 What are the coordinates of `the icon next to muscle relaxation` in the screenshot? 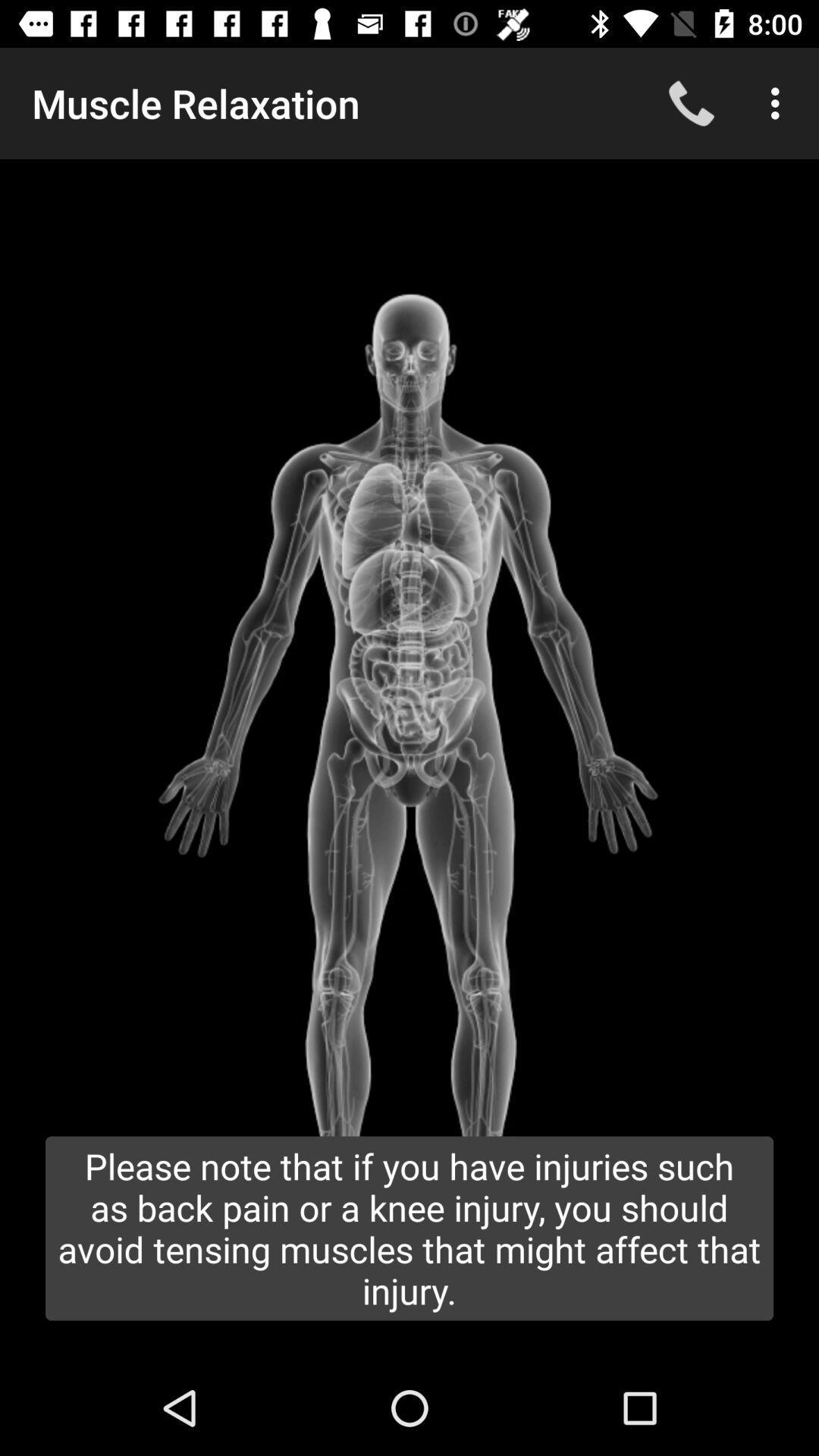 It's located at (691, 102).